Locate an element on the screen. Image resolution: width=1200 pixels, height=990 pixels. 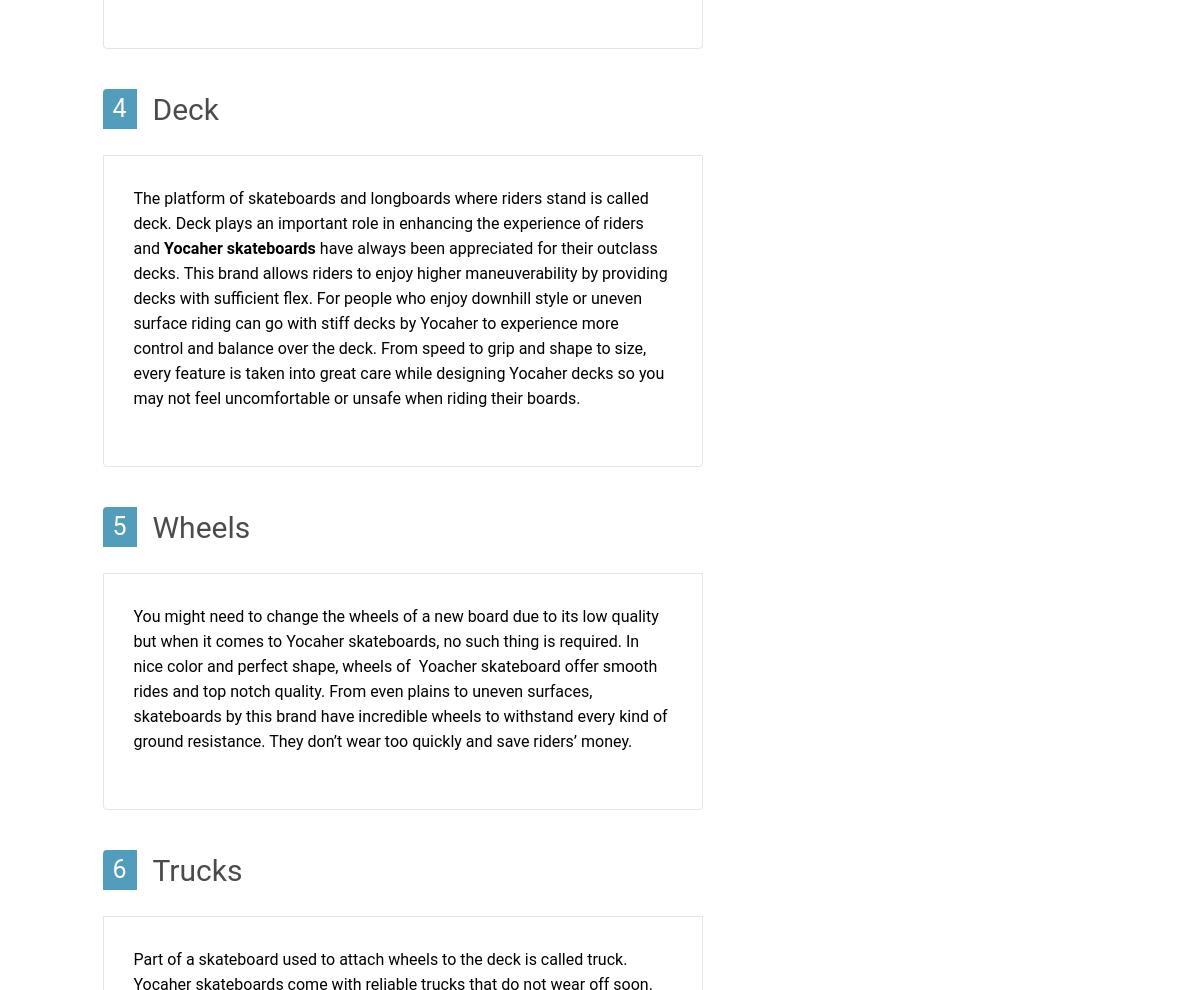
'have always been appreciated for their outclass decks. This brand allows riders to enjoy higher maneuverability by providing decks with sufficient flex. For people who enjoy downhill style or uneven surface riding can go with stiff decks by Yocaher to experience more control and balance over the deck. From speed to grip and shape to size, every feature is taken into great care while designing Yocaher decks so you may not feel uncomfortable or unsafe when riding their boards.' is located at coordinates (399, 322).